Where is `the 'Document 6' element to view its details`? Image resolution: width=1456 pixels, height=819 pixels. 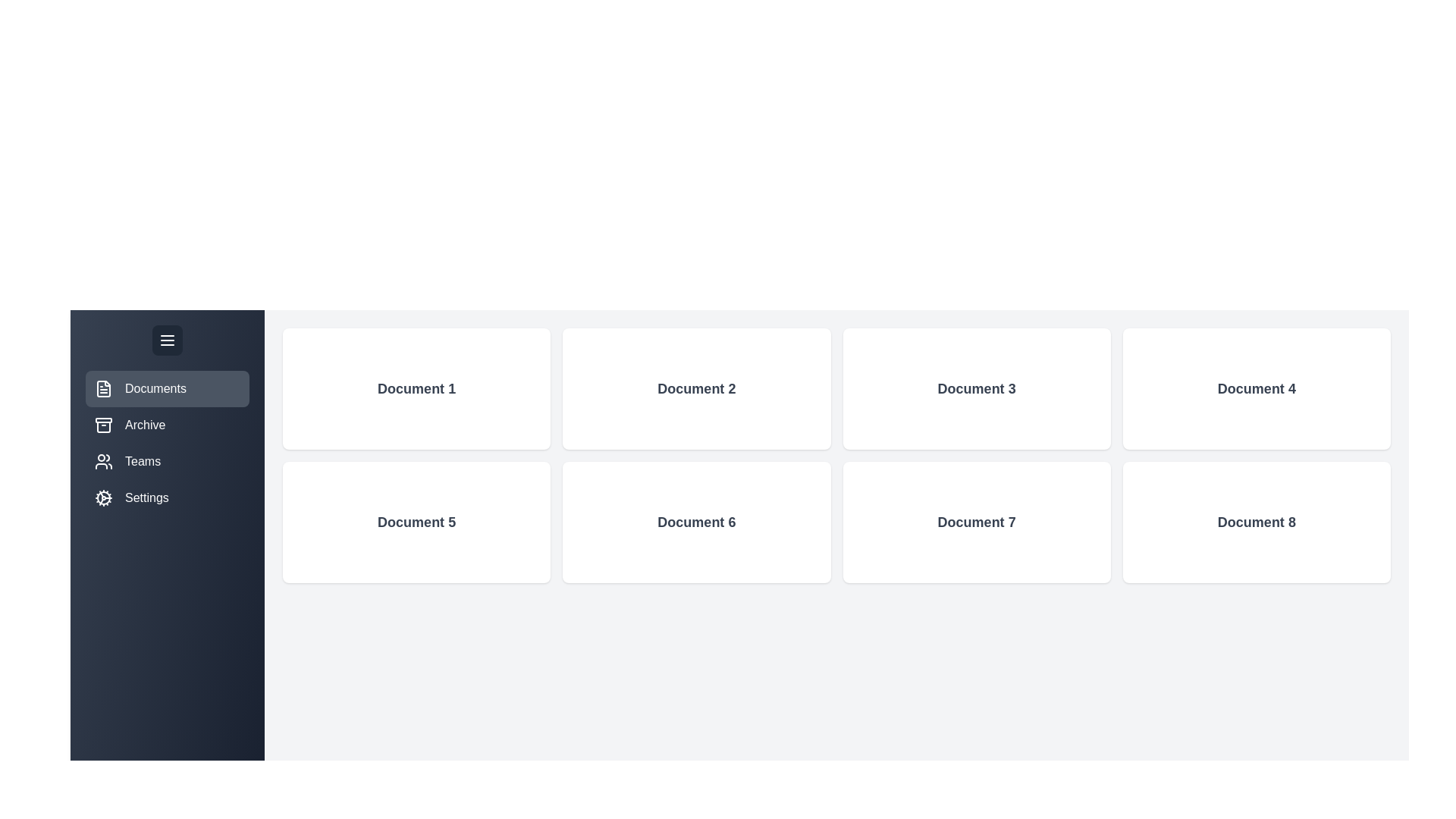 the 'Document 6' element to view its details is located at coordinates (695, 522).